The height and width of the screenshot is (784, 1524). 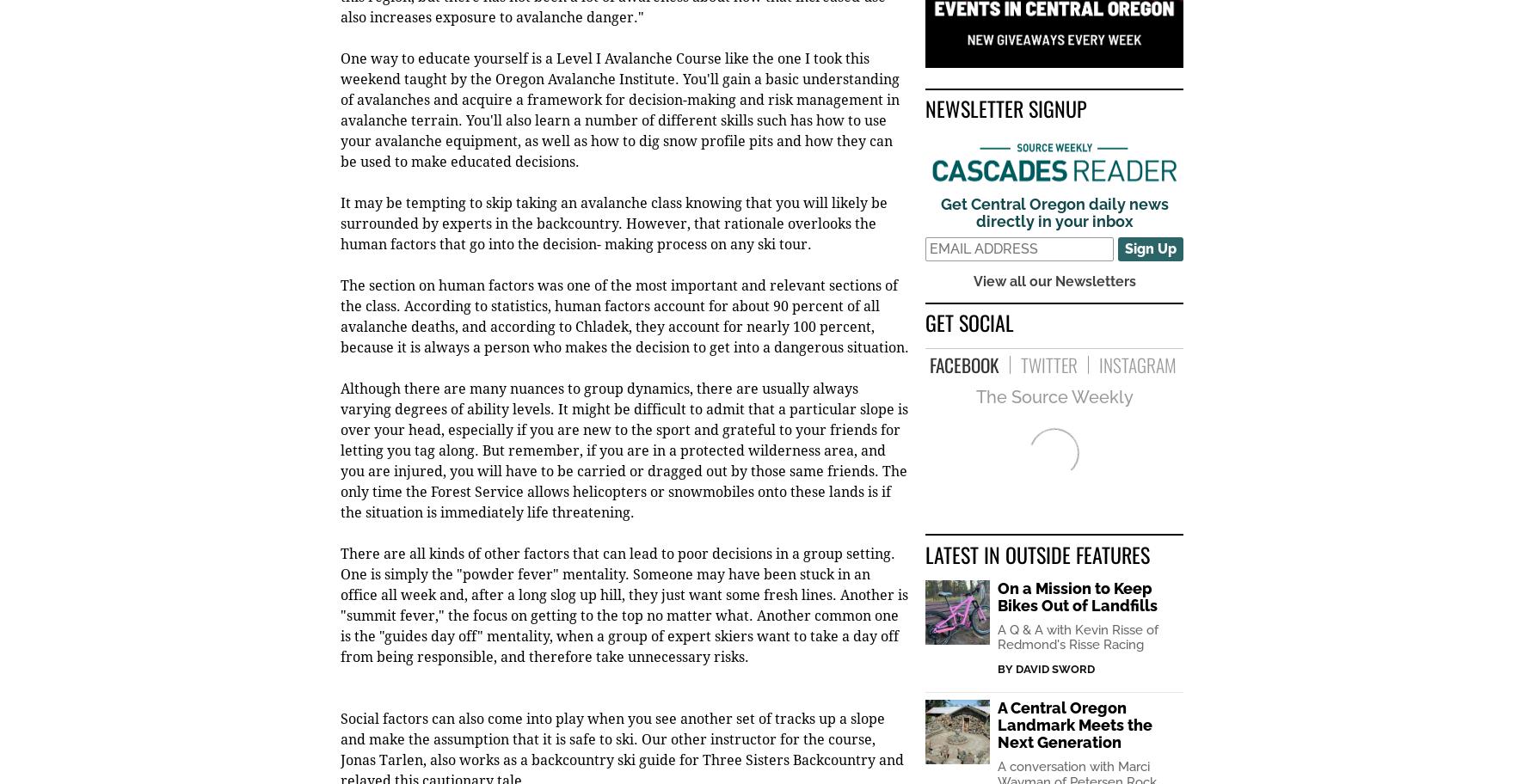 I want to click on 'Although there are many nuances to group dynamics, there are usually always varying degrees of ability levels. It might be difficult to admit that a particular slope is over your head, especially if you are new to the sport and grateful to your friends for letting you tag along. But remember, if you are in a protected wilderness area, and you are injured, you will have to be carried or dragged out by those same friends. The only time the Forest Service allows helicopters or snowmobiles onto these lands is if the situation is immediately life threatening.', so click(x=623, y=450).